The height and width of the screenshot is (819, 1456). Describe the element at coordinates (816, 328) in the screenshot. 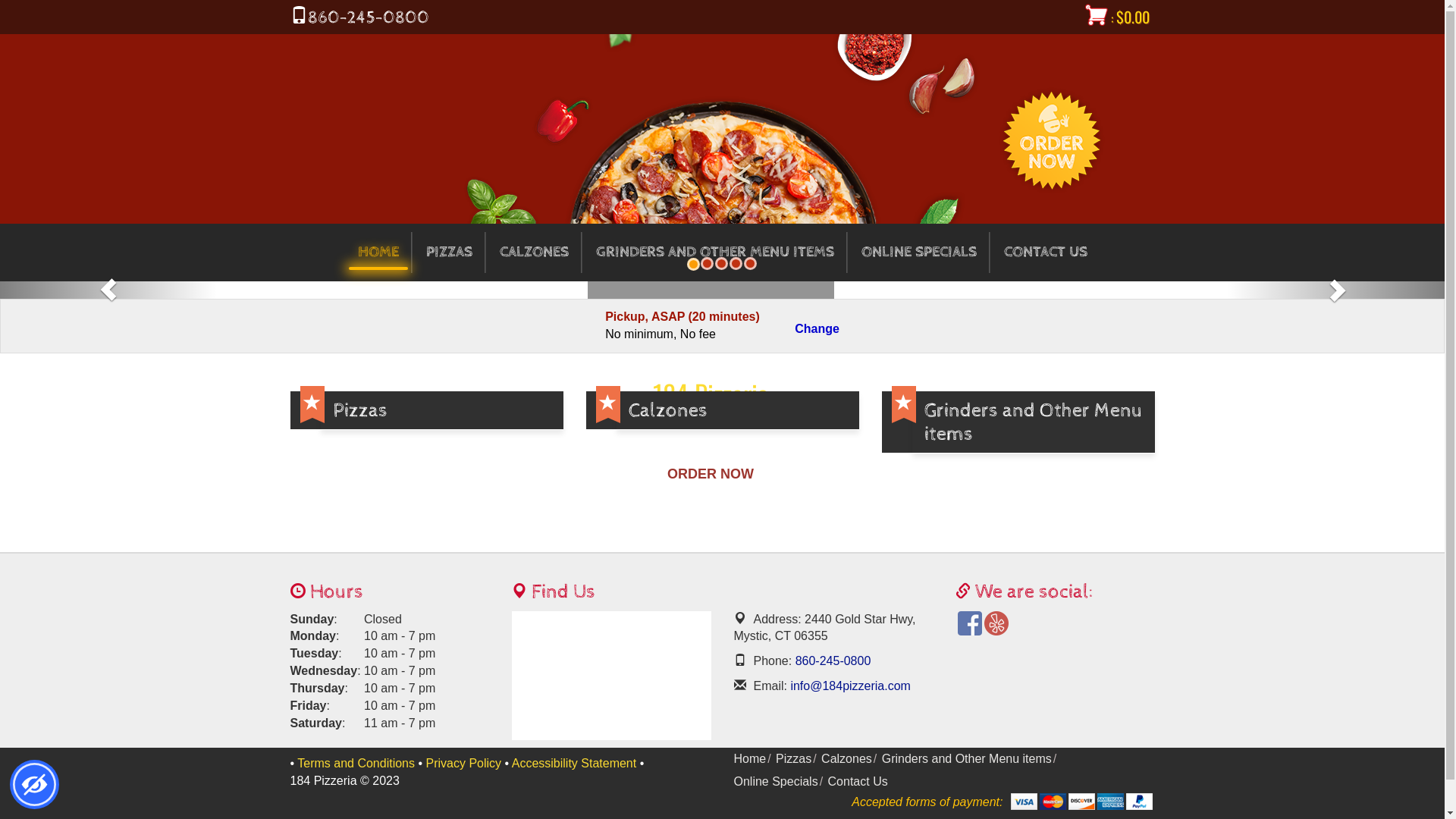

I see `'Change` at that location.